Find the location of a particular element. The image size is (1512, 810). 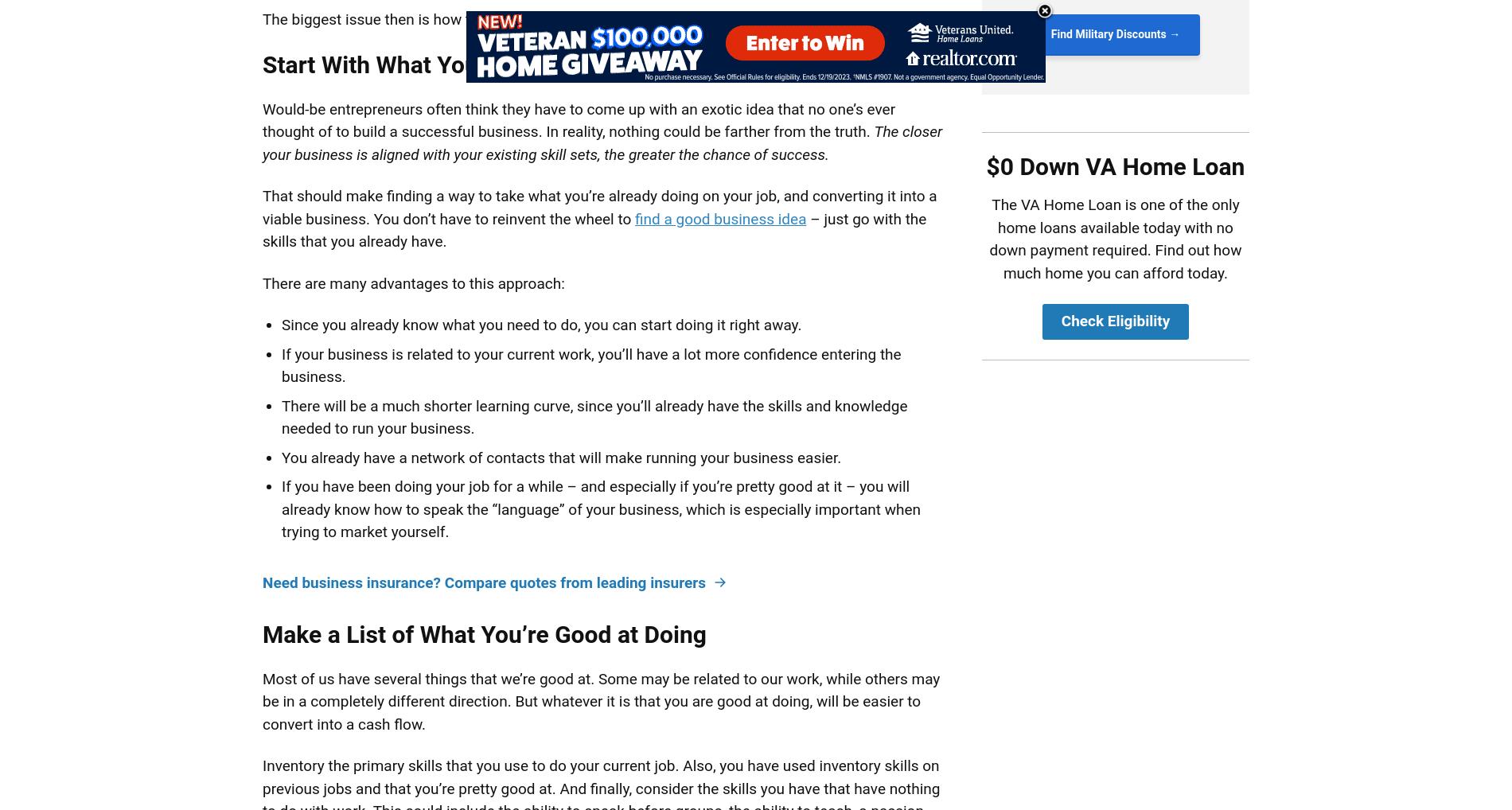

'Since you already know what you need to do, you can start doing it right away.' is located at coordinates (541, 324).